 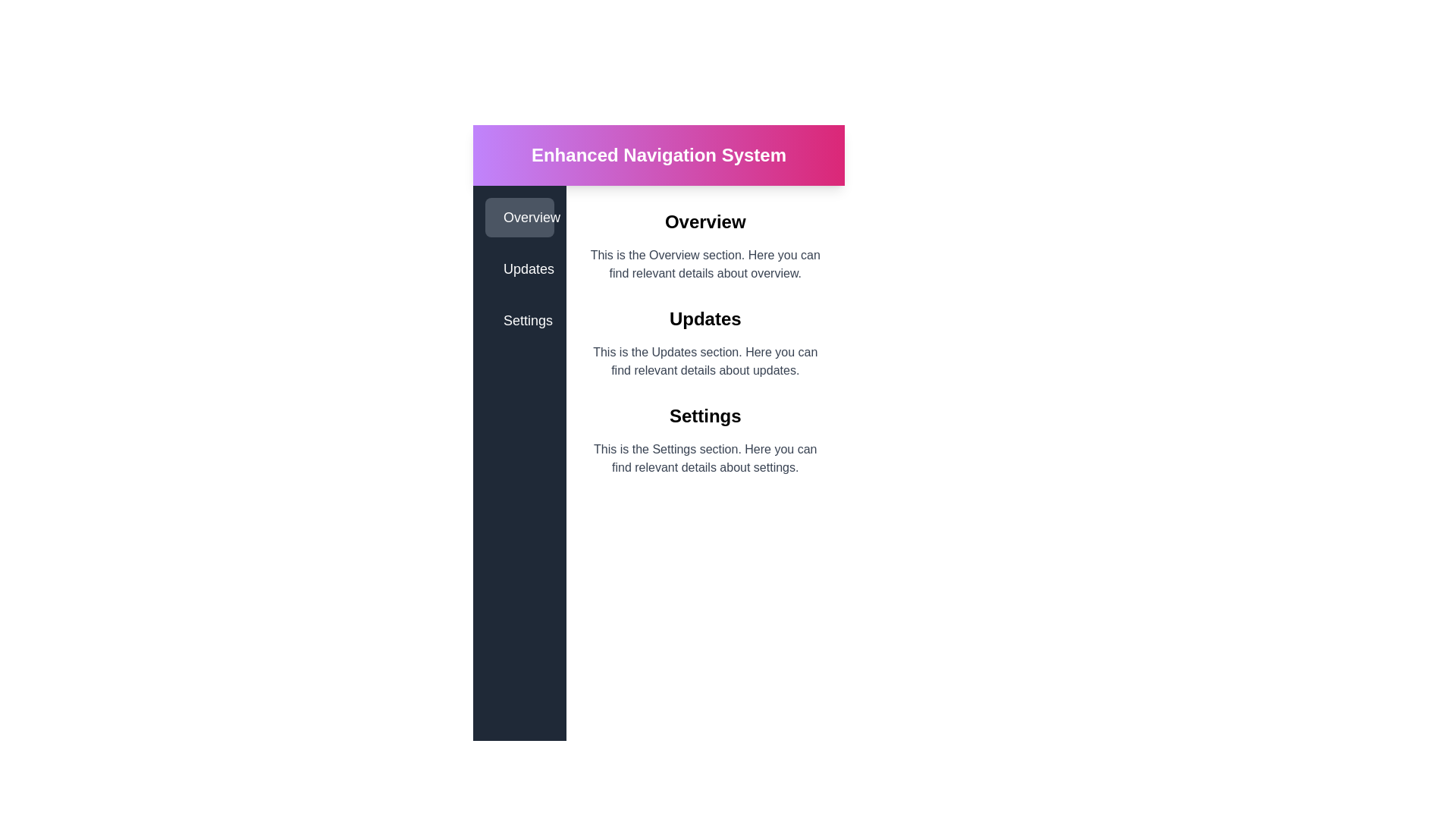 What do you see at coordinates (704, 362) in the screenshot?
I see `text content of the paragraph styled in gray color, located directly below the 'Updates' title in the Updates section` at bounding box center [704, 362].